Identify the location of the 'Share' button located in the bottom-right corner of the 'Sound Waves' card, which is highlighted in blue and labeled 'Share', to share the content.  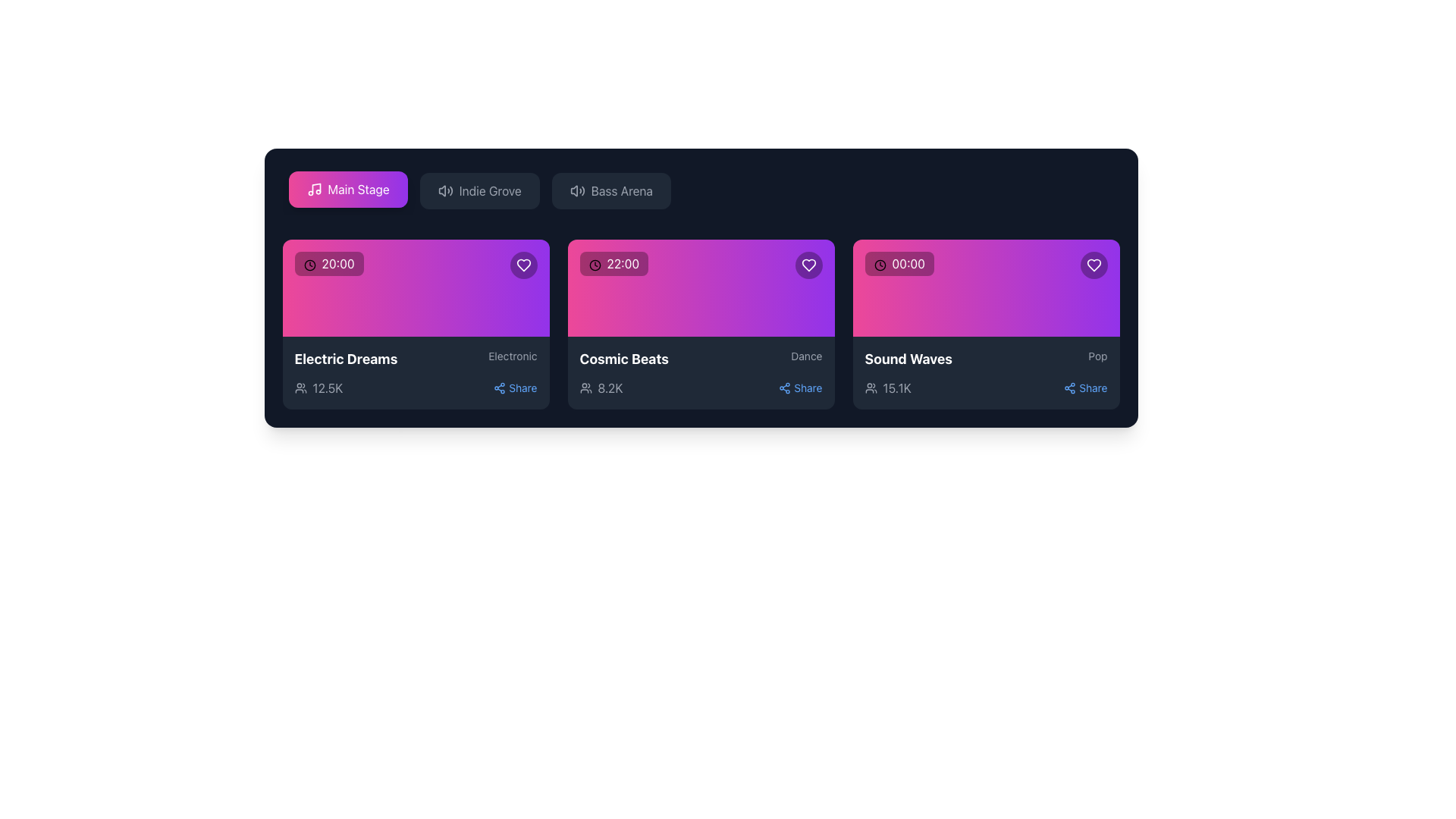
(1084, 388).